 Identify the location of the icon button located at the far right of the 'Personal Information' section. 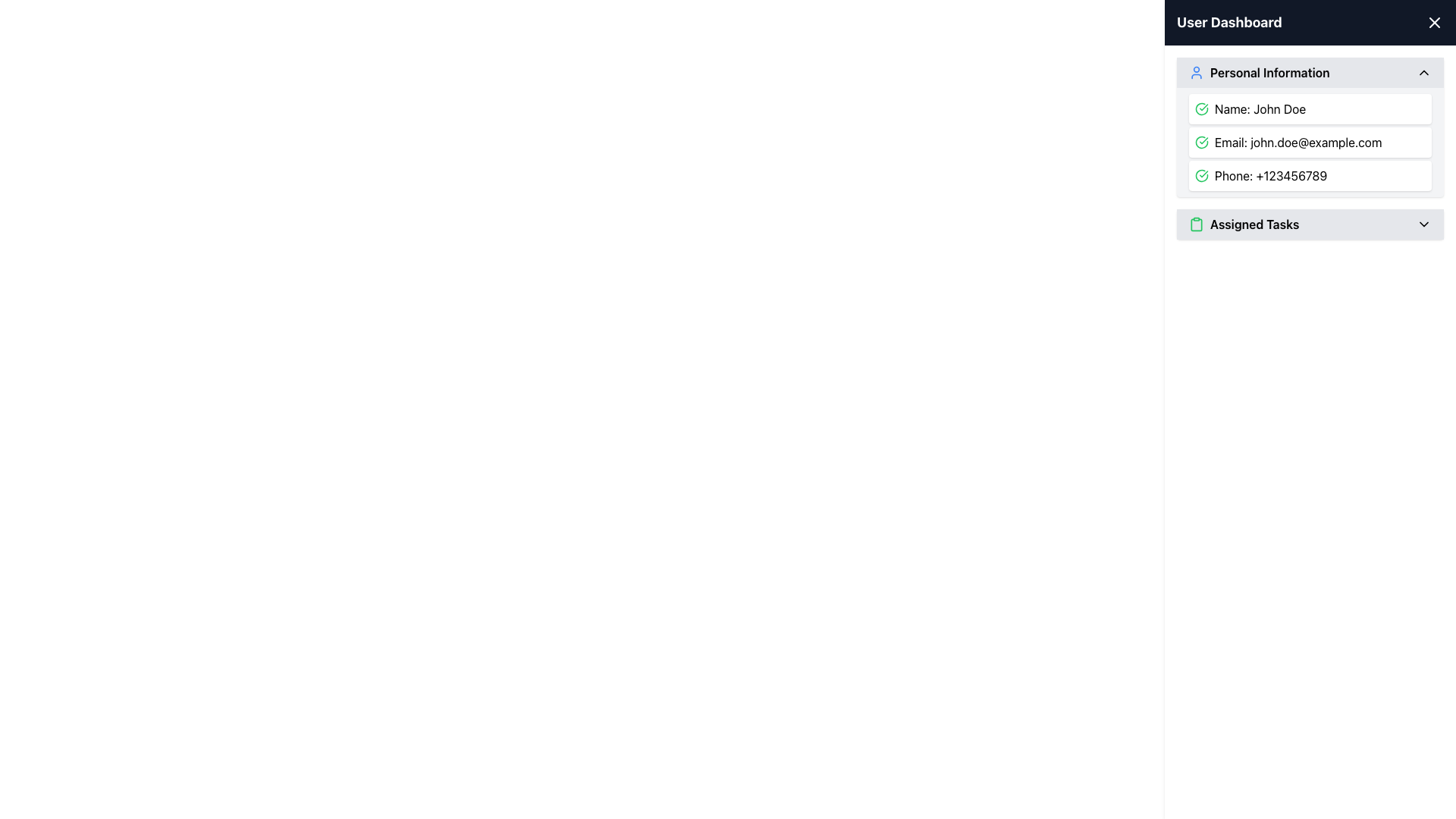
(1423, 73).